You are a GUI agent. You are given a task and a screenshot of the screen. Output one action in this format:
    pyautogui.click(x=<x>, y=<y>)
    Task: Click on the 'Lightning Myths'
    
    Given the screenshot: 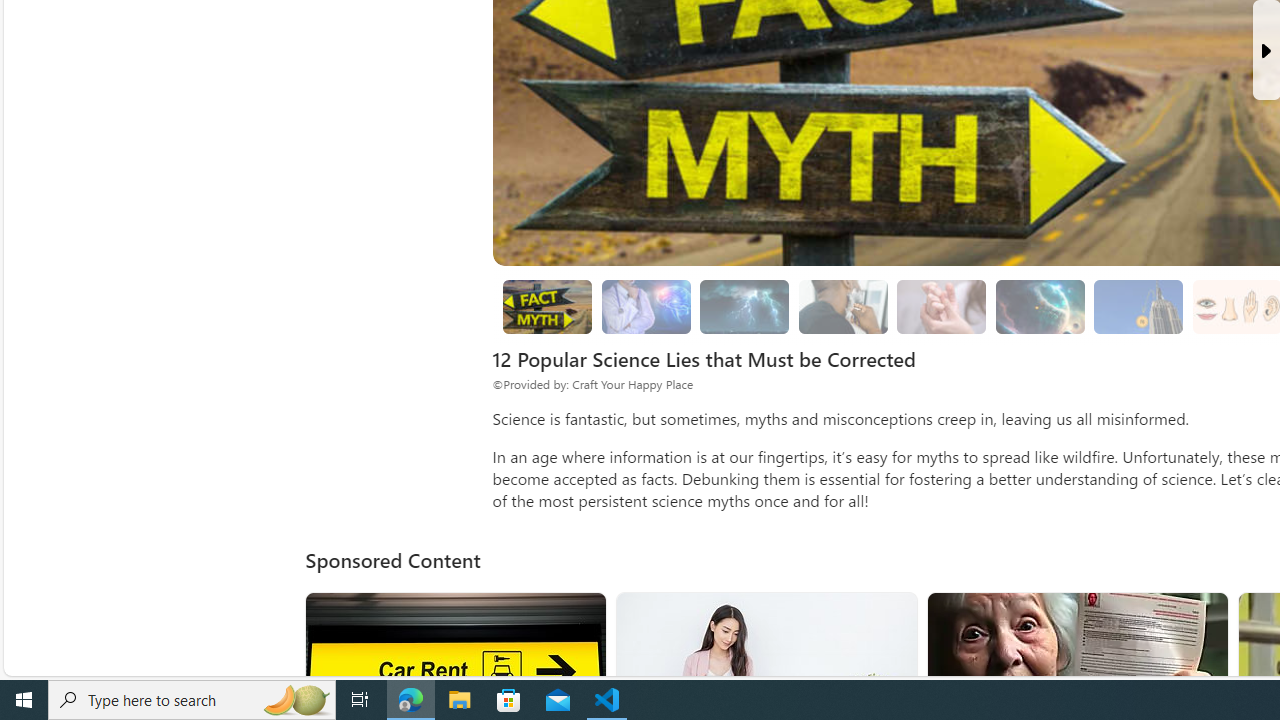 What is the action you would take?
    pyautogui.click(x=743, y=307)
    